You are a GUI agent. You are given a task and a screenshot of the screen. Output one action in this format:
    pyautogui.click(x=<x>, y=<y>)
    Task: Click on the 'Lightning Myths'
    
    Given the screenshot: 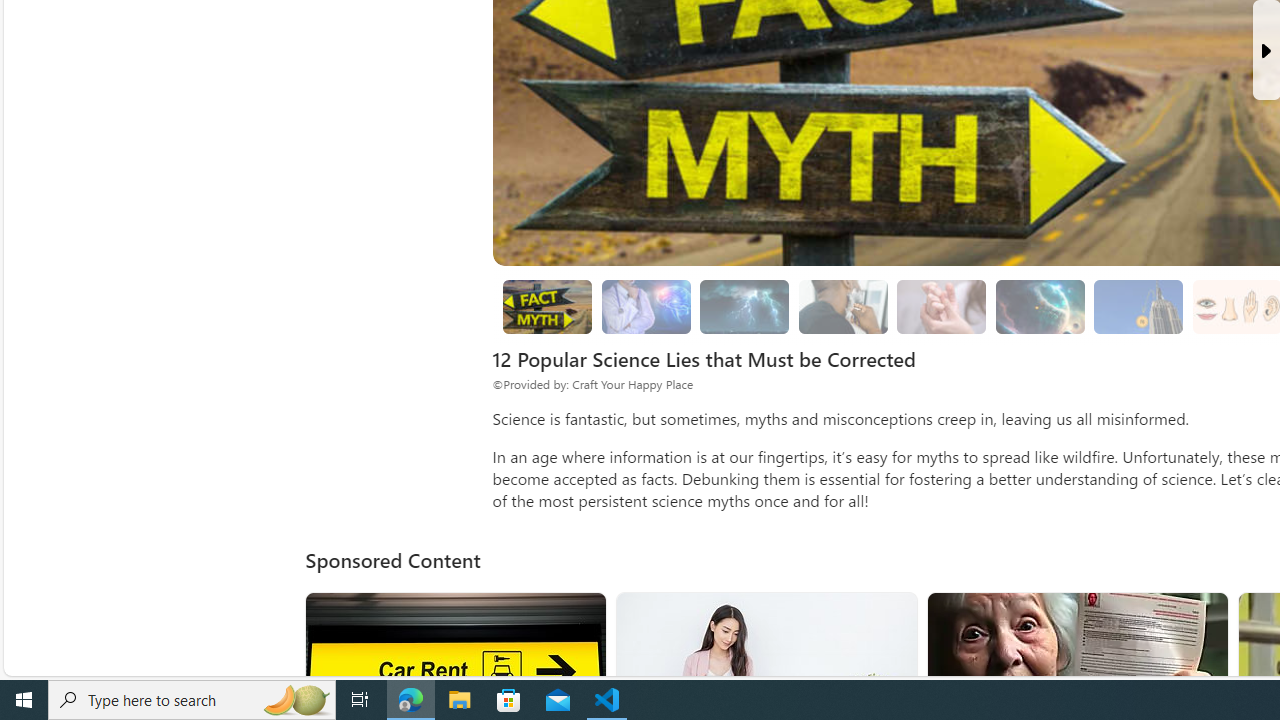 What is the action you would take?
    pyautogui.click(x=743, y=307)
    